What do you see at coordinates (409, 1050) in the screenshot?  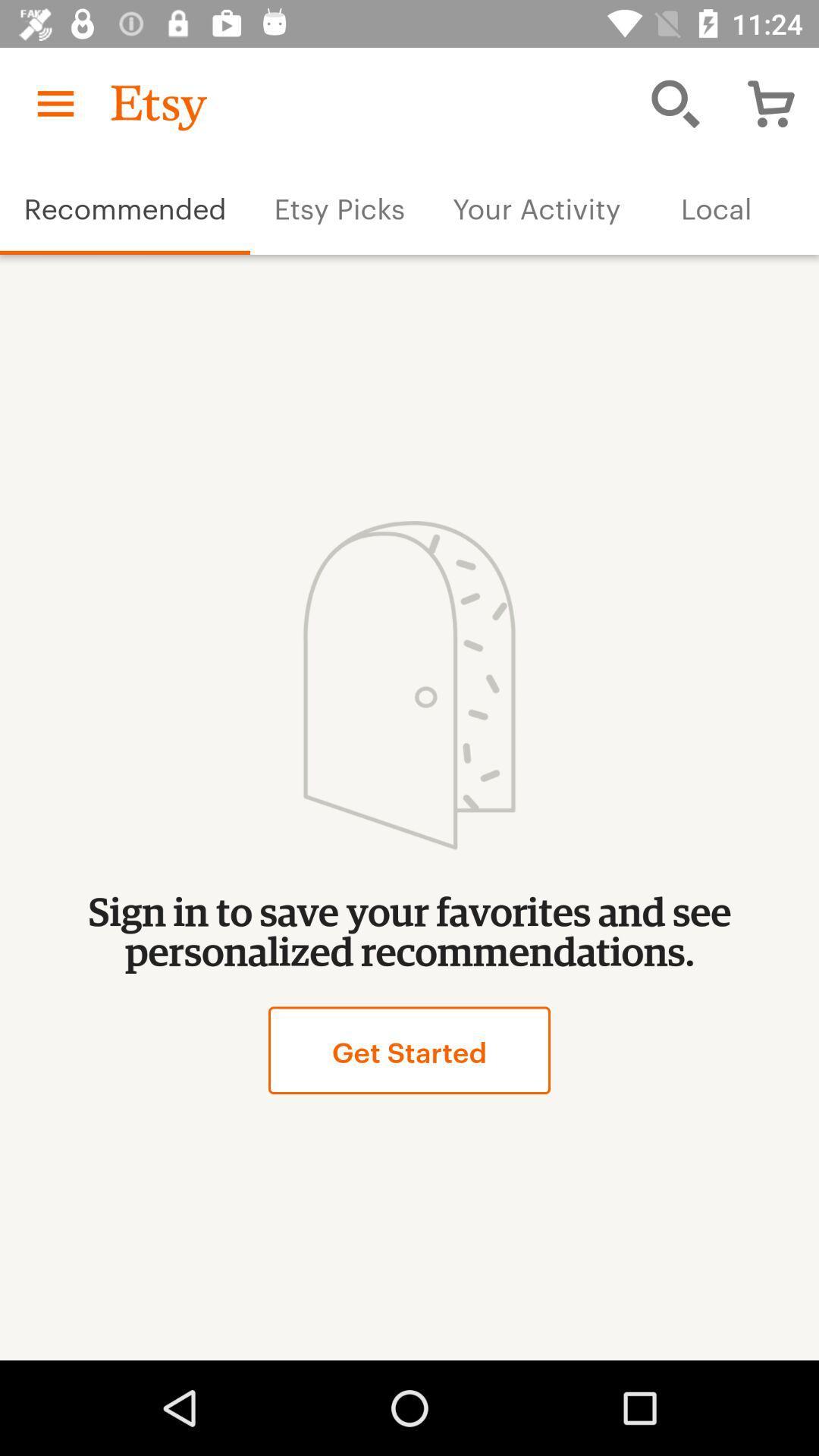 I see `the item below sign in to` at bounding box center [409, 1050].